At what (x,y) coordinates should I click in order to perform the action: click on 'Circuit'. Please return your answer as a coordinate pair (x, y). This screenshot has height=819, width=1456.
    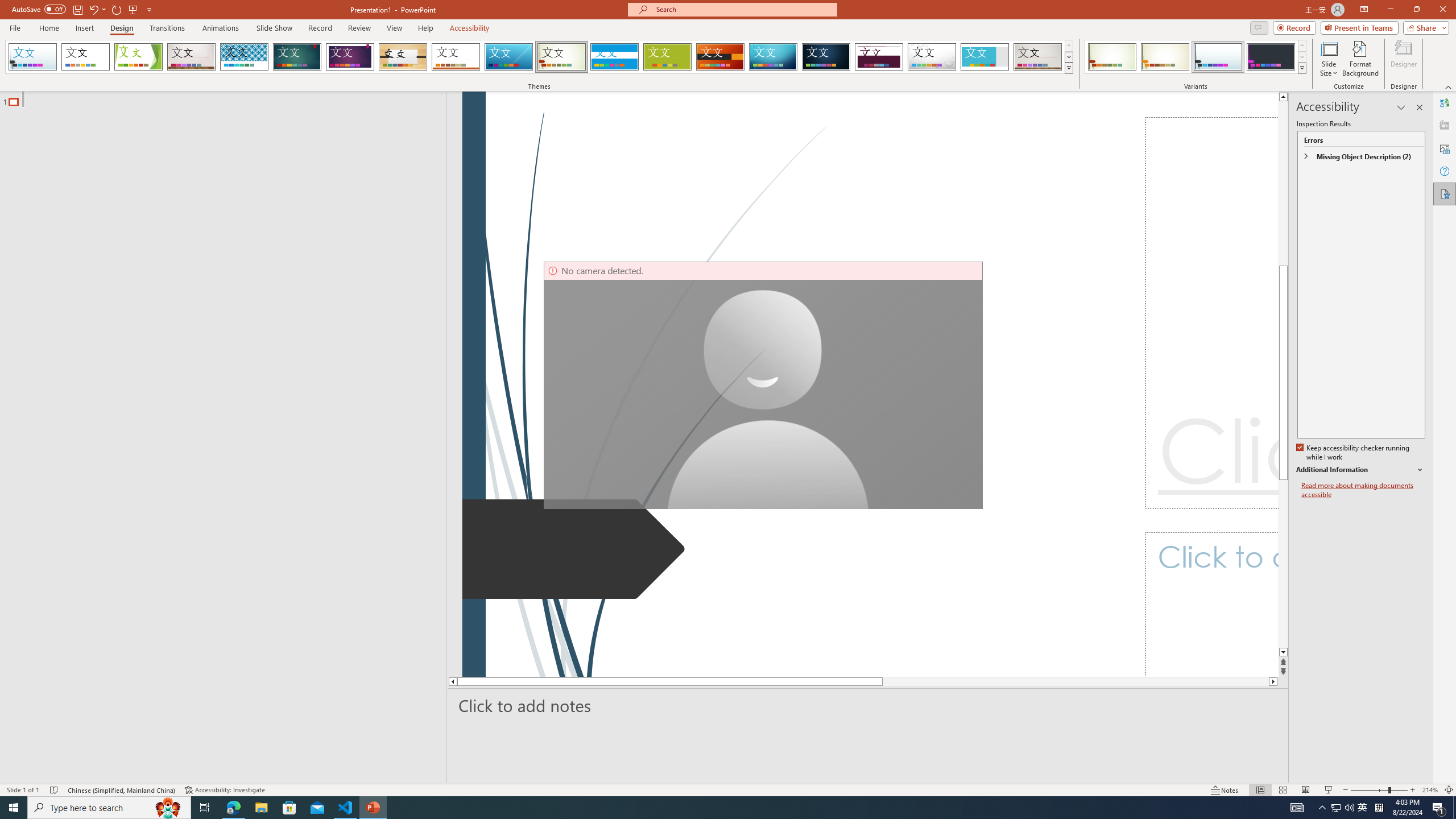
    Looking at the image, I should click on (772, 56).